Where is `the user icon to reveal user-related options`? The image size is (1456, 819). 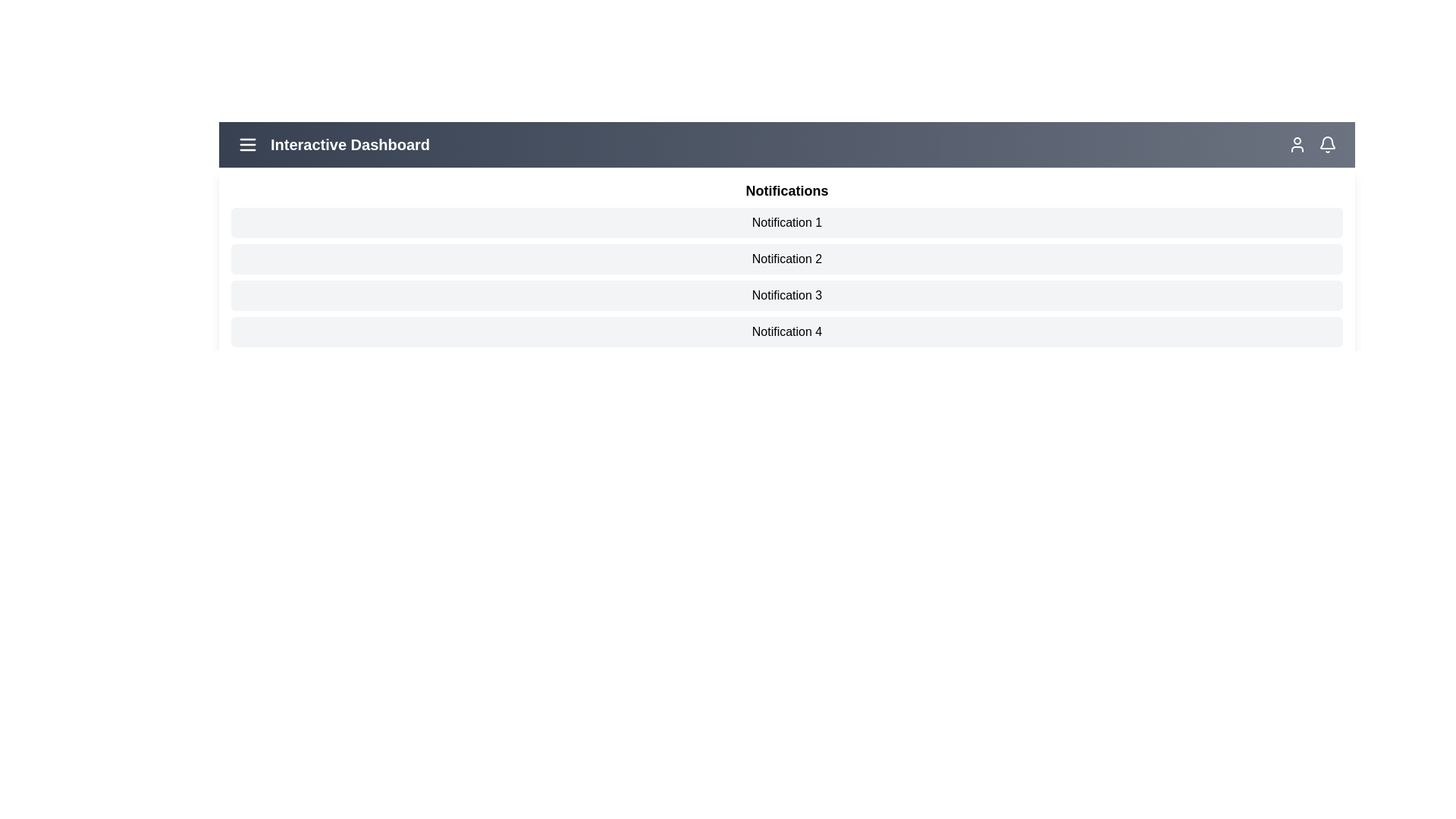 the user icon to reveal user-related options is located at coordinates (1296, 145).